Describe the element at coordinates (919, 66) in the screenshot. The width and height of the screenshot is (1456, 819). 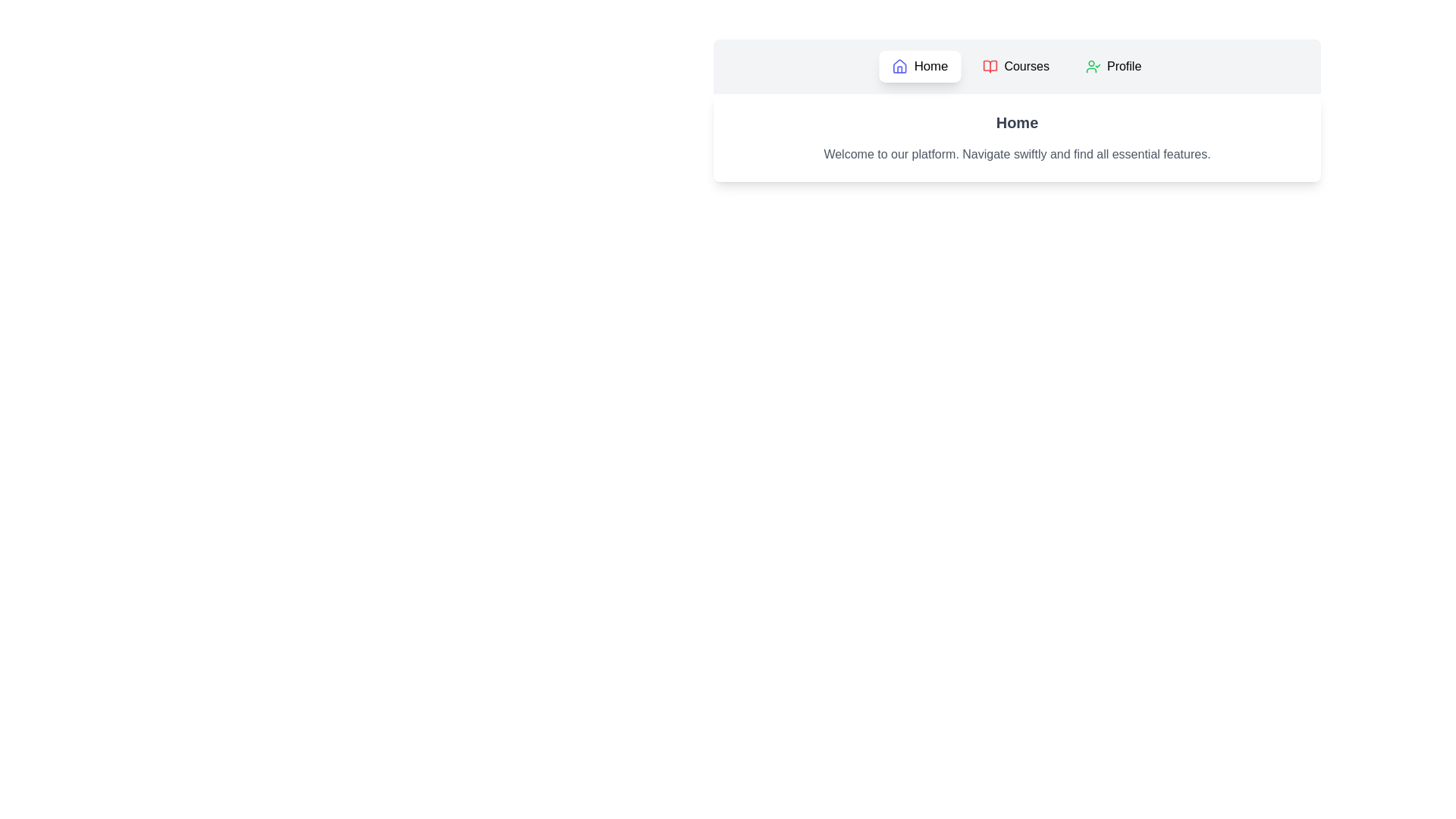
I see `the tab labeled Home` at that location.